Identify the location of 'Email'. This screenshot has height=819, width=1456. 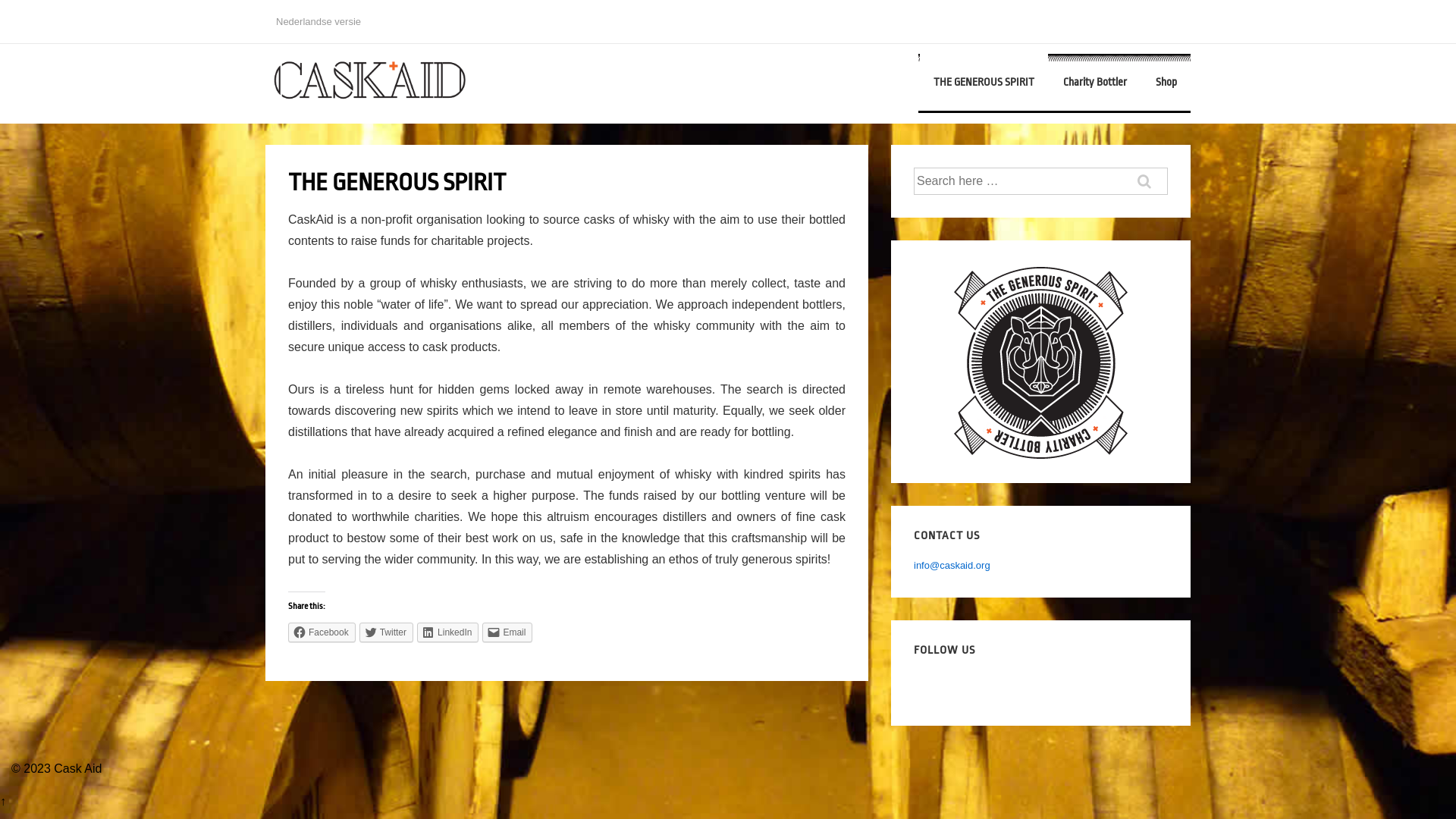
(507, 632).